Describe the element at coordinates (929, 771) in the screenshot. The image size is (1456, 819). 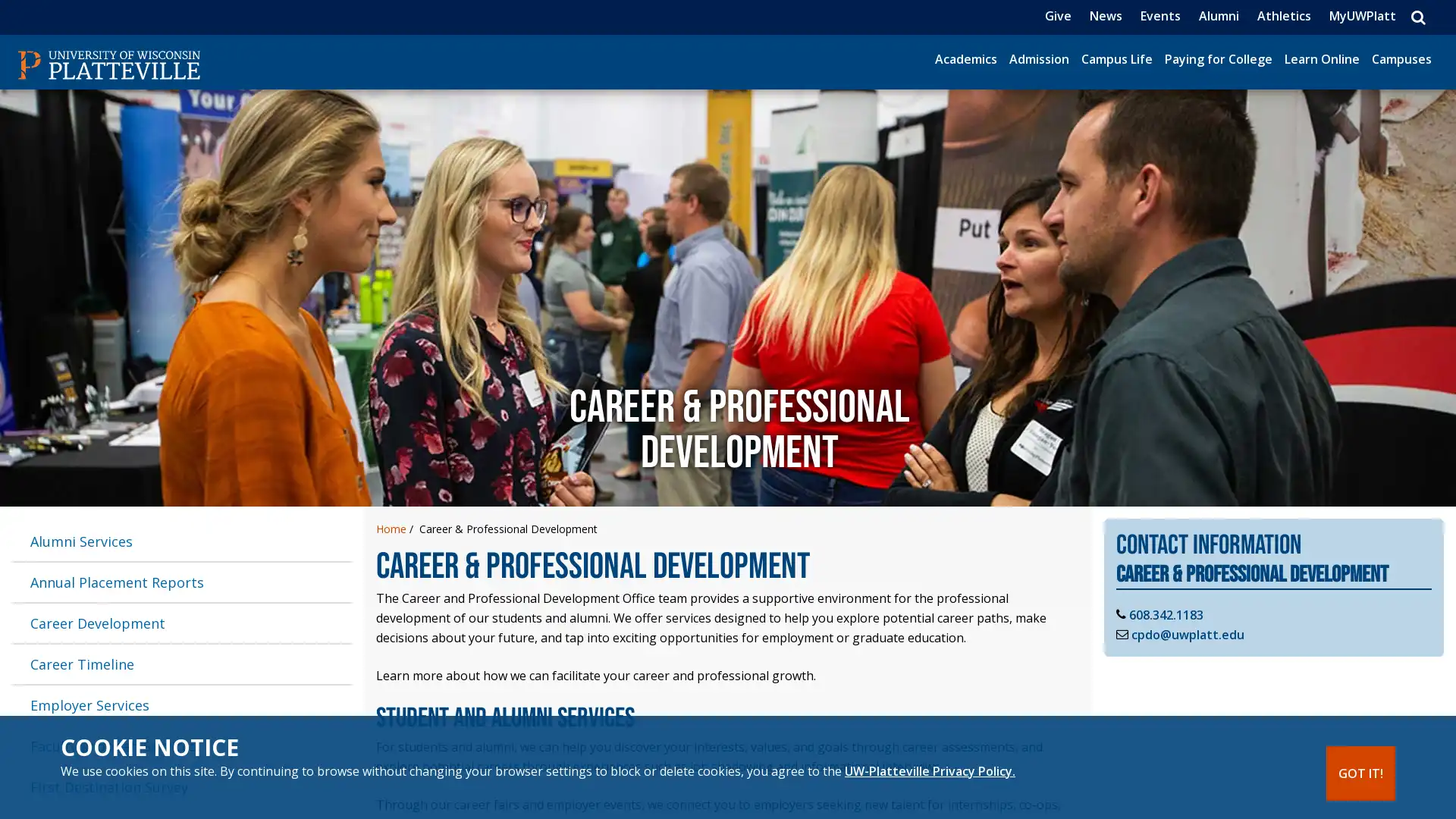
I see `Privacy Policy` at that location.